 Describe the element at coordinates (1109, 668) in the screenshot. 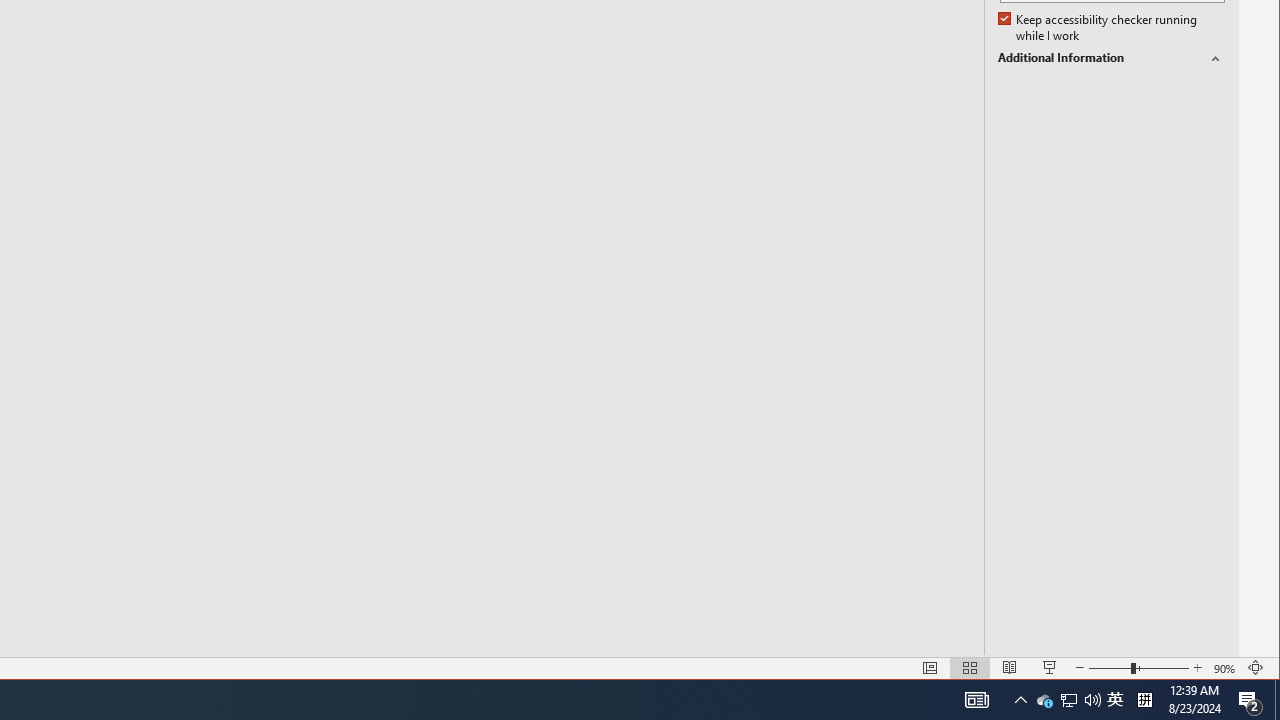

I see `'Zoom Out'` at that location.